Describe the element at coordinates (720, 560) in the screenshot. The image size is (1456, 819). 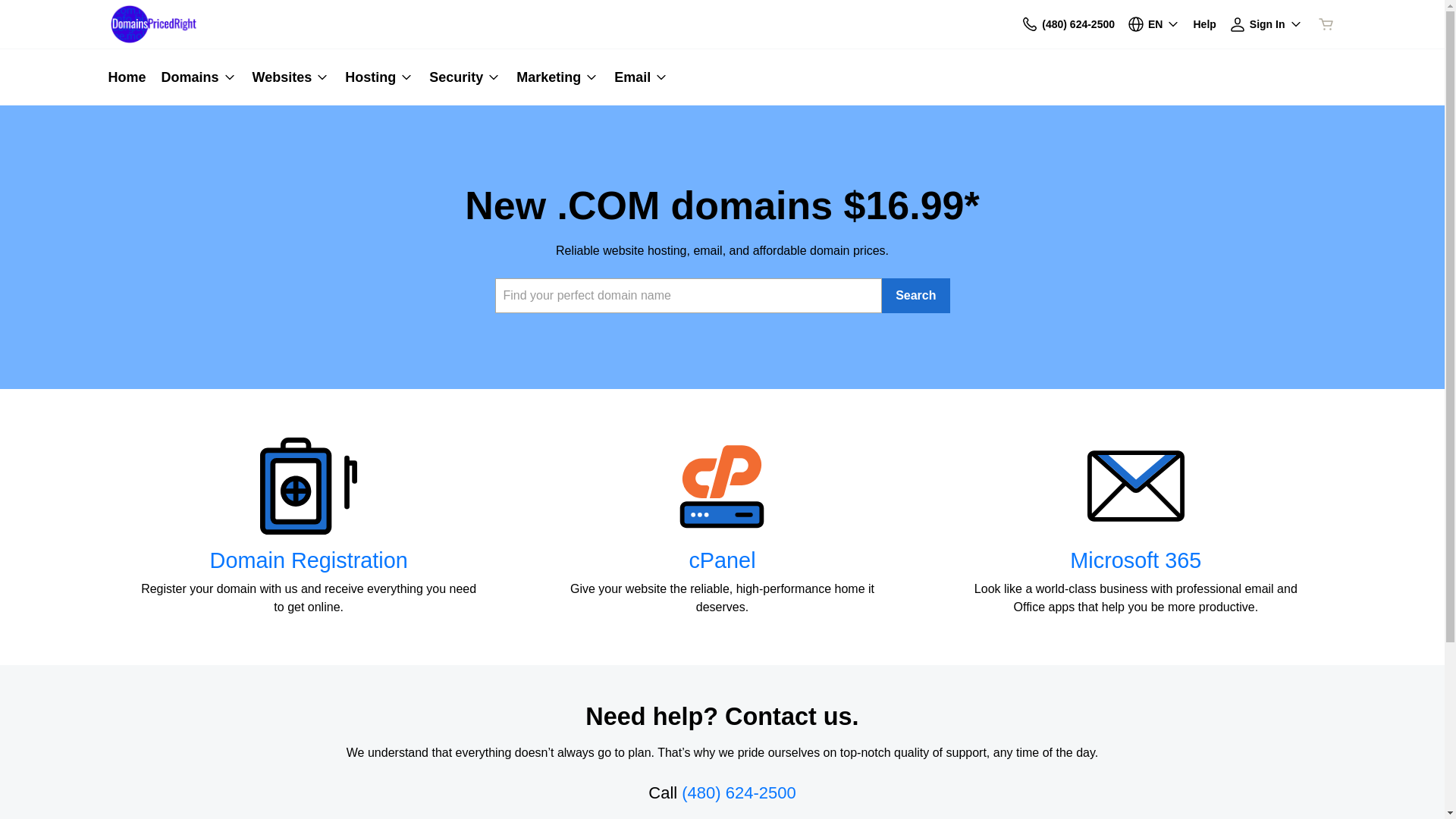
I see `'cPanel'` at that location.